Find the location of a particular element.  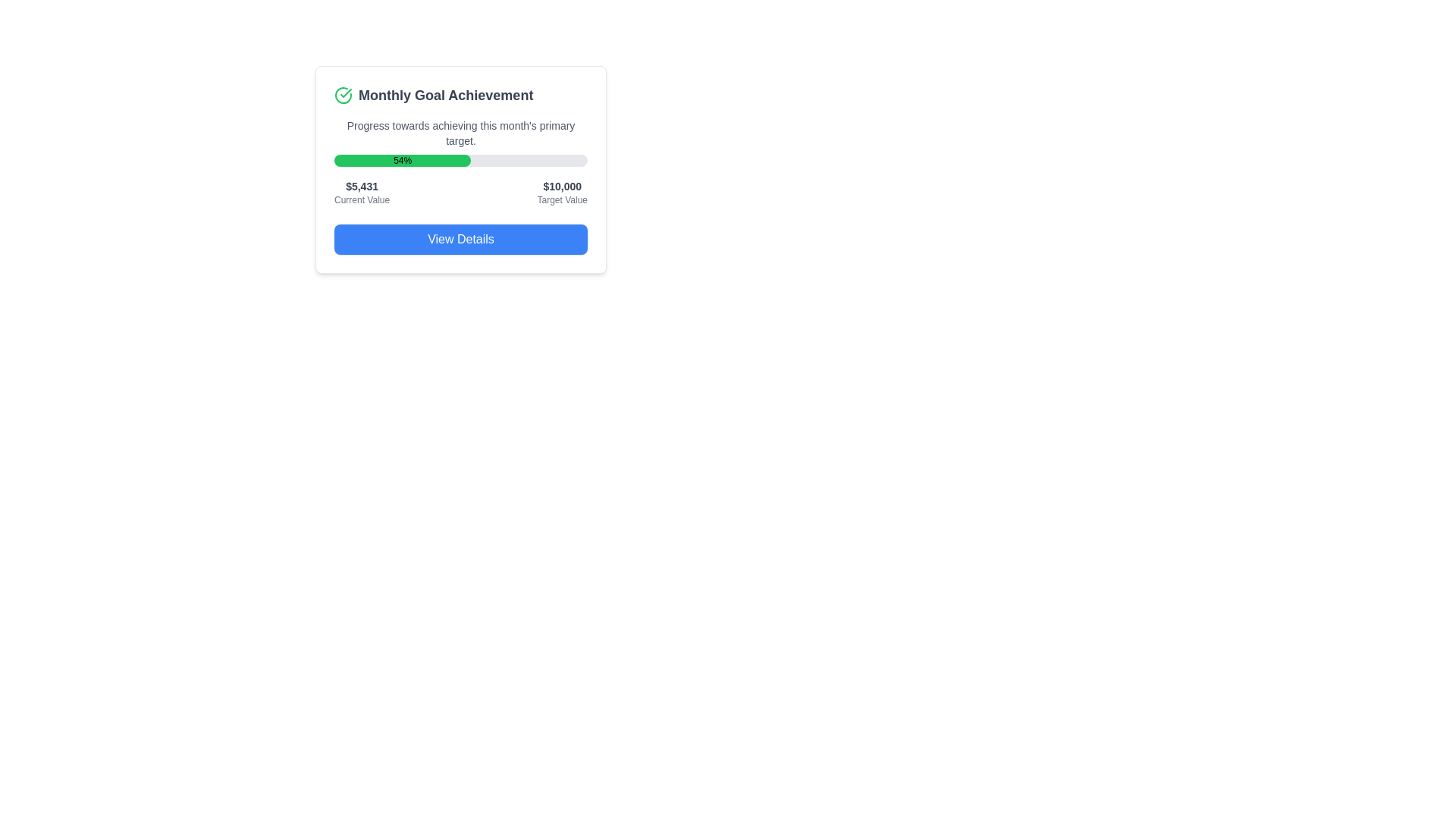

the static text label indicating the target value of '$10,000', which is positioned in the bottom-right corner of the goal achievement panel is located at coordinates (561, 199).